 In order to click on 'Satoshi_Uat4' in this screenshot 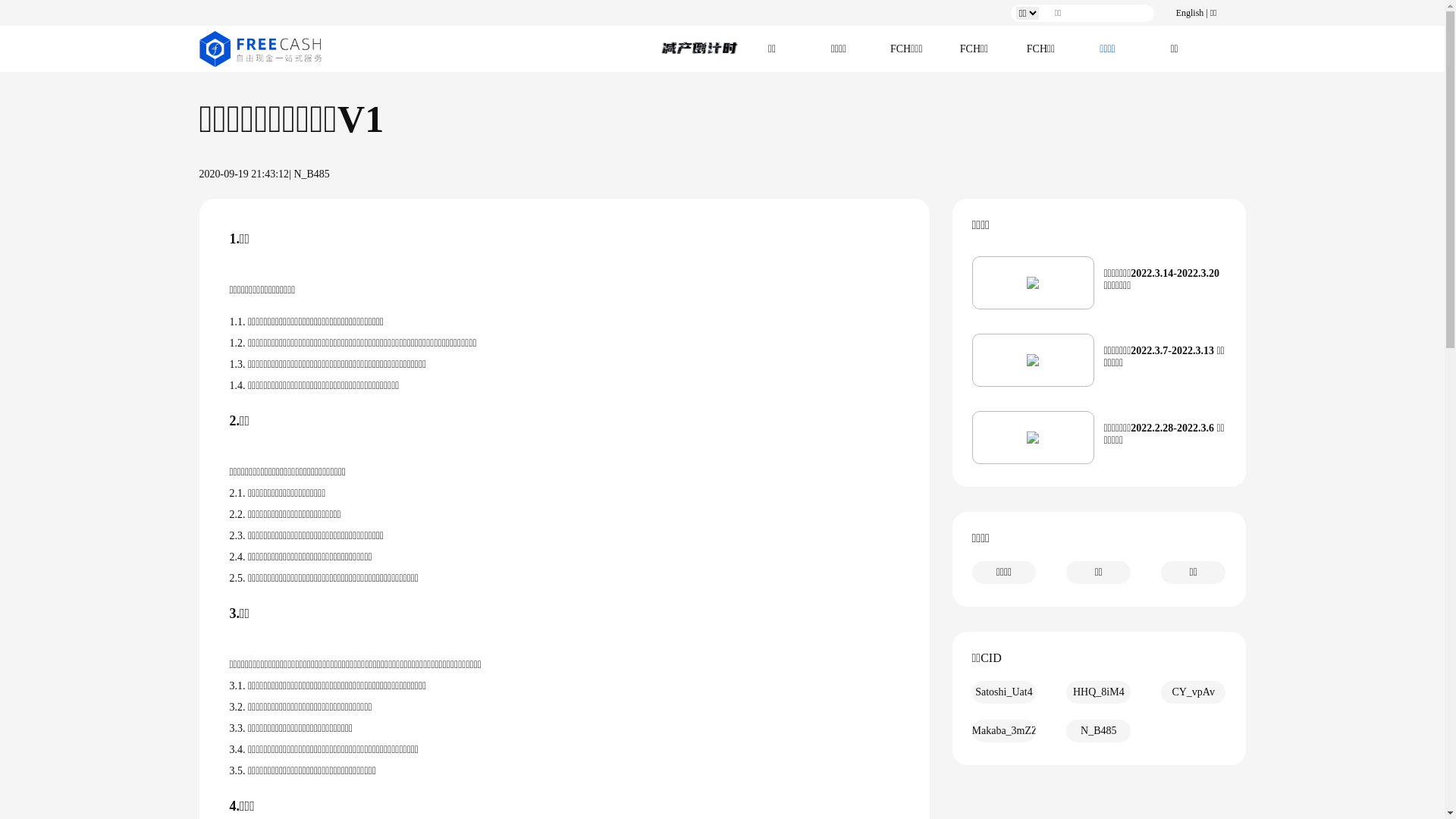, I will do `click(1004, 692)`.